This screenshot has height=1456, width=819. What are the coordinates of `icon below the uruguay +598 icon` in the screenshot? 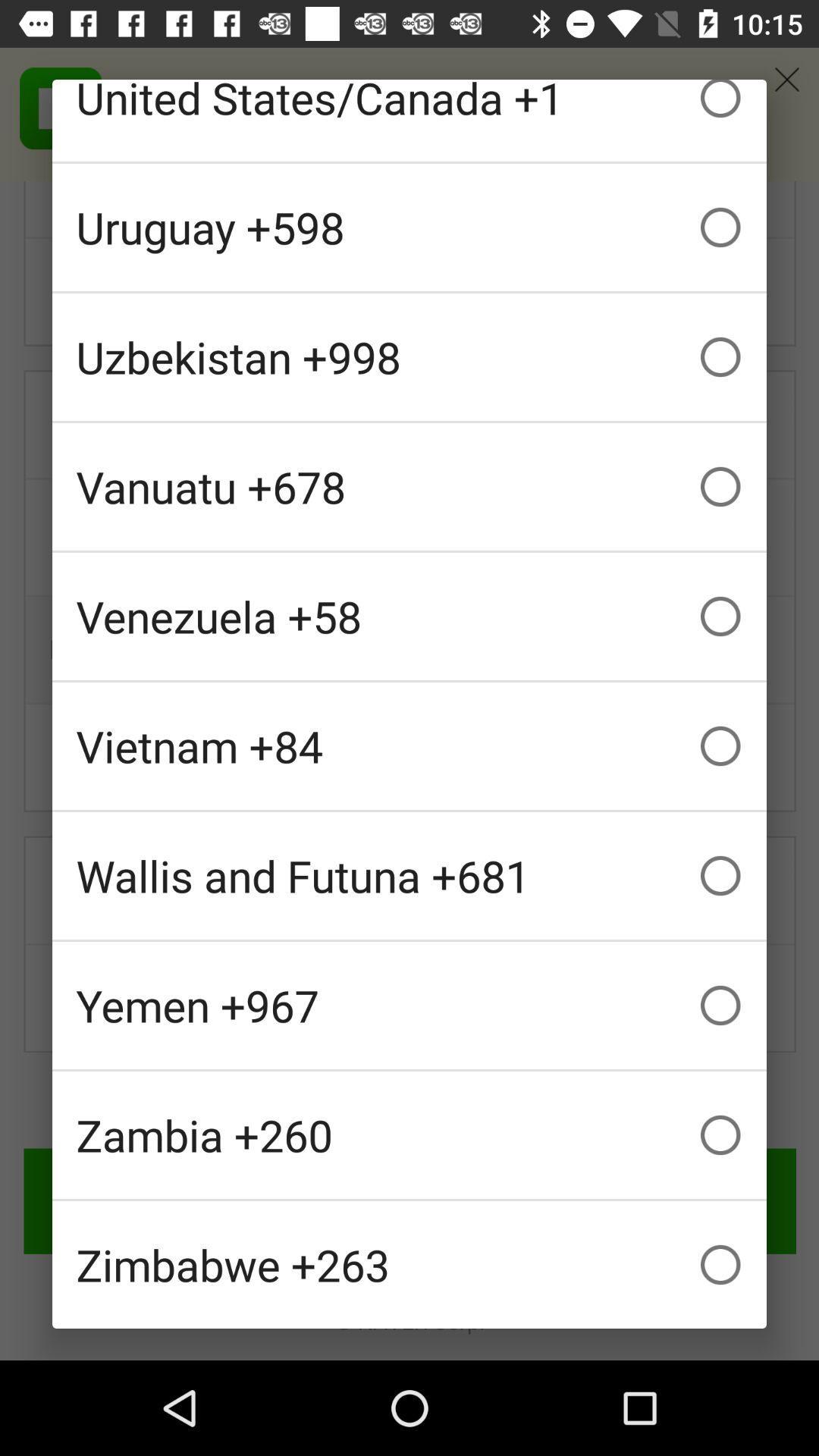 It's located at (409, 356).